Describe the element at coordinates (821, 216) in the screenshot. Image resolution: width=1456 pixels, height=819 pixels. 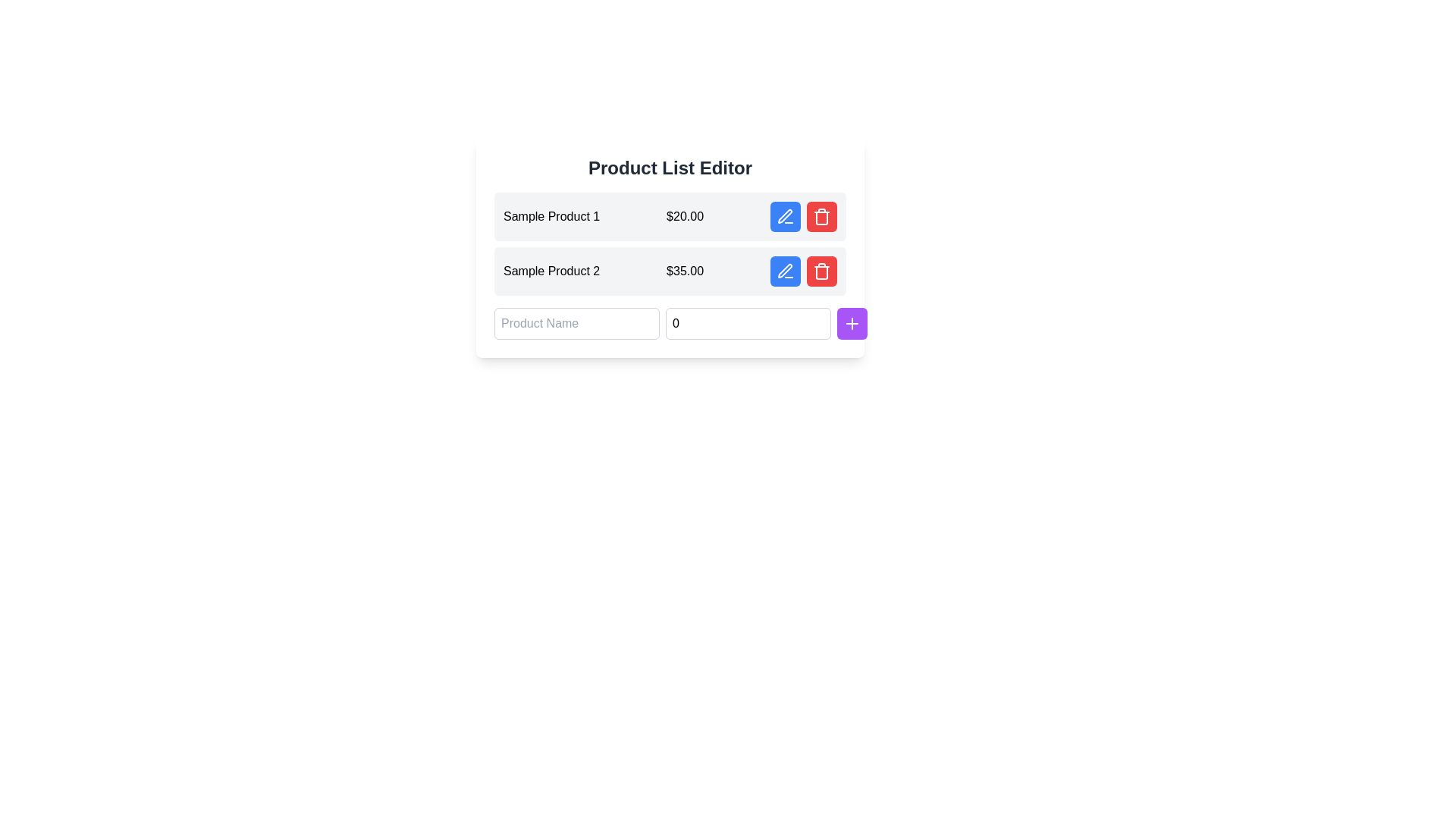
I see `the trash can icon within the red button located to the right of the second row in the product list table to initiate the delete action` at that location.